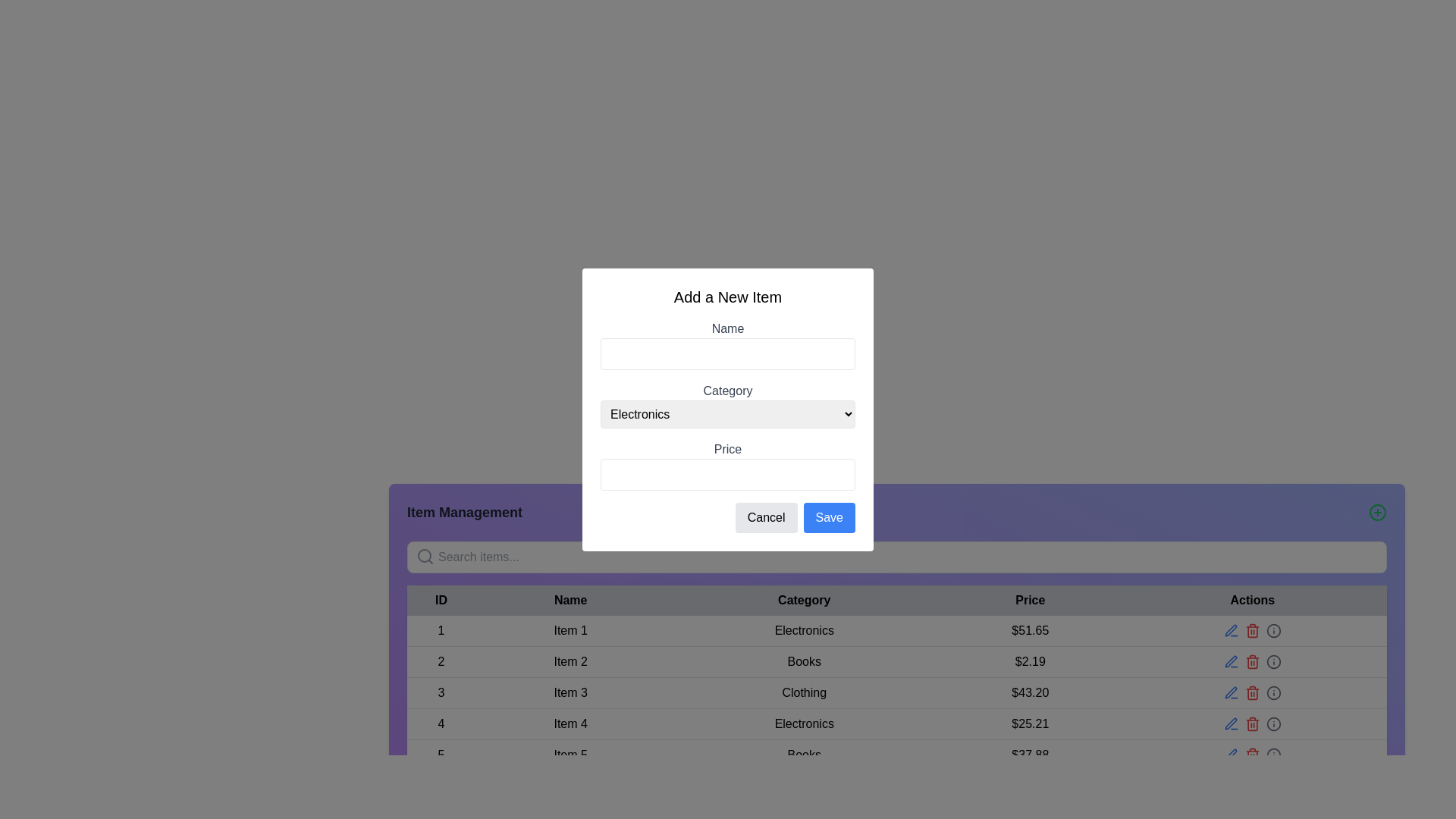 The image size is (1456, 819). What do you see at coordinates (440, 693) in the screenshot?
I see `the Text label in the third row of the table under the 'ID' column, which serves as an identifier for the corresponding entry with a unique ID` at bounding box center [440, 693].